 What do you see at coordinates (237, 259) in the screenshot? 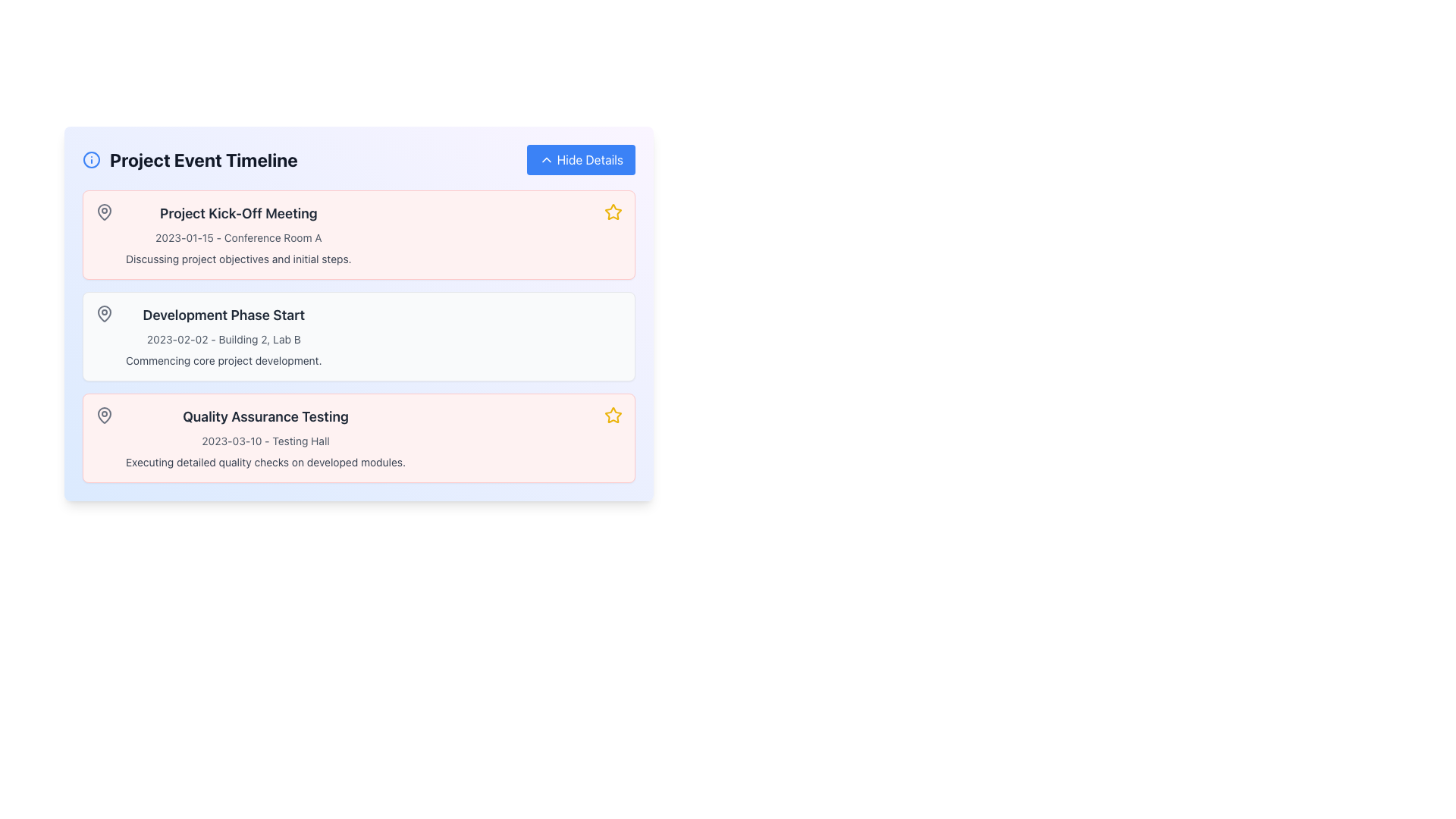
I see `the text label that reads 'Discussing project objectives and initial steps.' which is styled in a small gray font and located below the date and location details in the 'Project Kick-Off Meeting' section of the 'Project Event Timeline'` at bounding box center [237, 259].